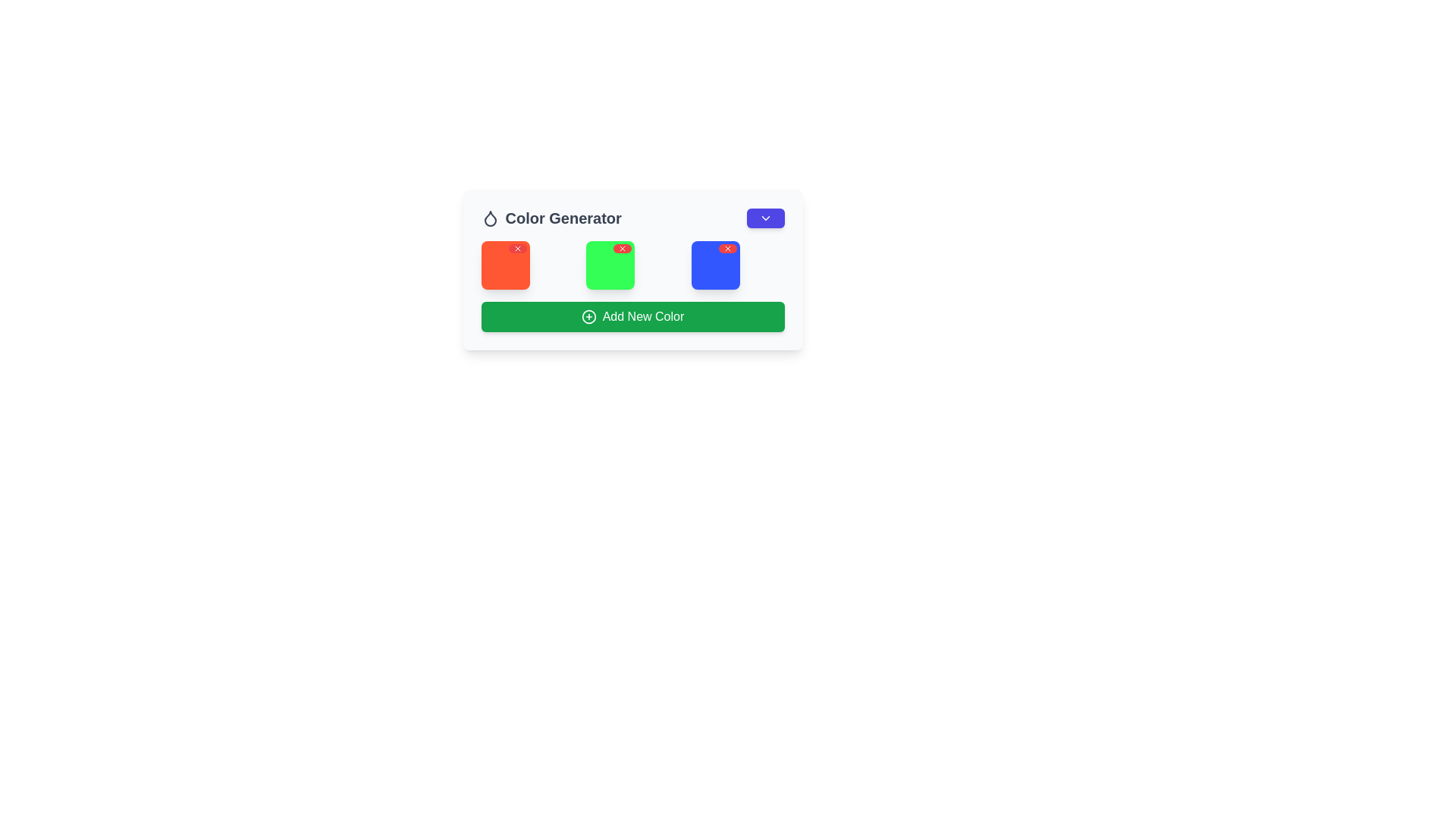 The width and height of the screenshot is (1456, 819). What do you see at coordinates (505, 265) in the screenshot?
I see `the first color square in the grid` at bounding box center [505, 265].